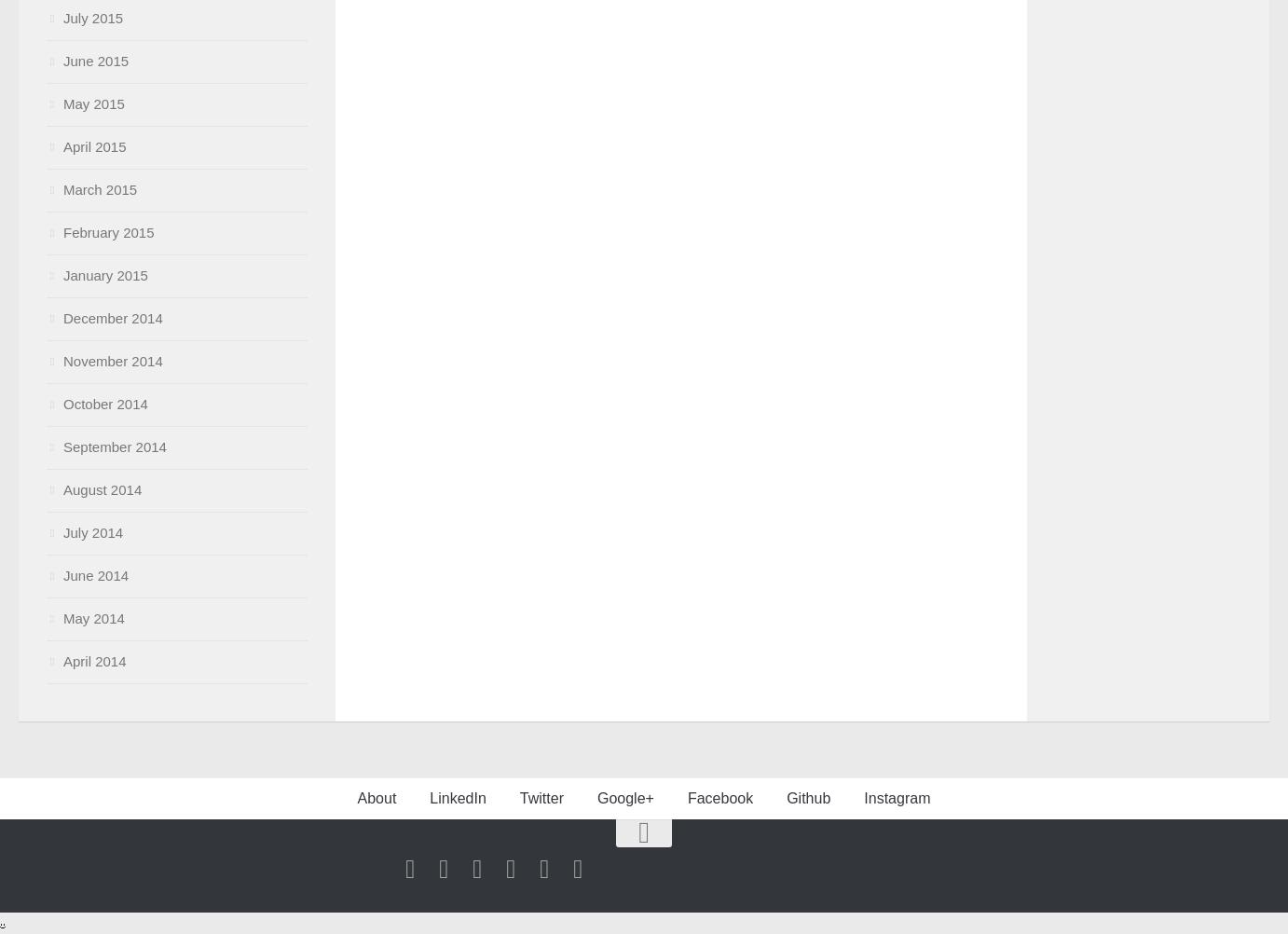 This screenshot has height=934, width=1288. Describe the element at coordinates (100, 189) in the screenshot. I see `'March 2015'` at that location.